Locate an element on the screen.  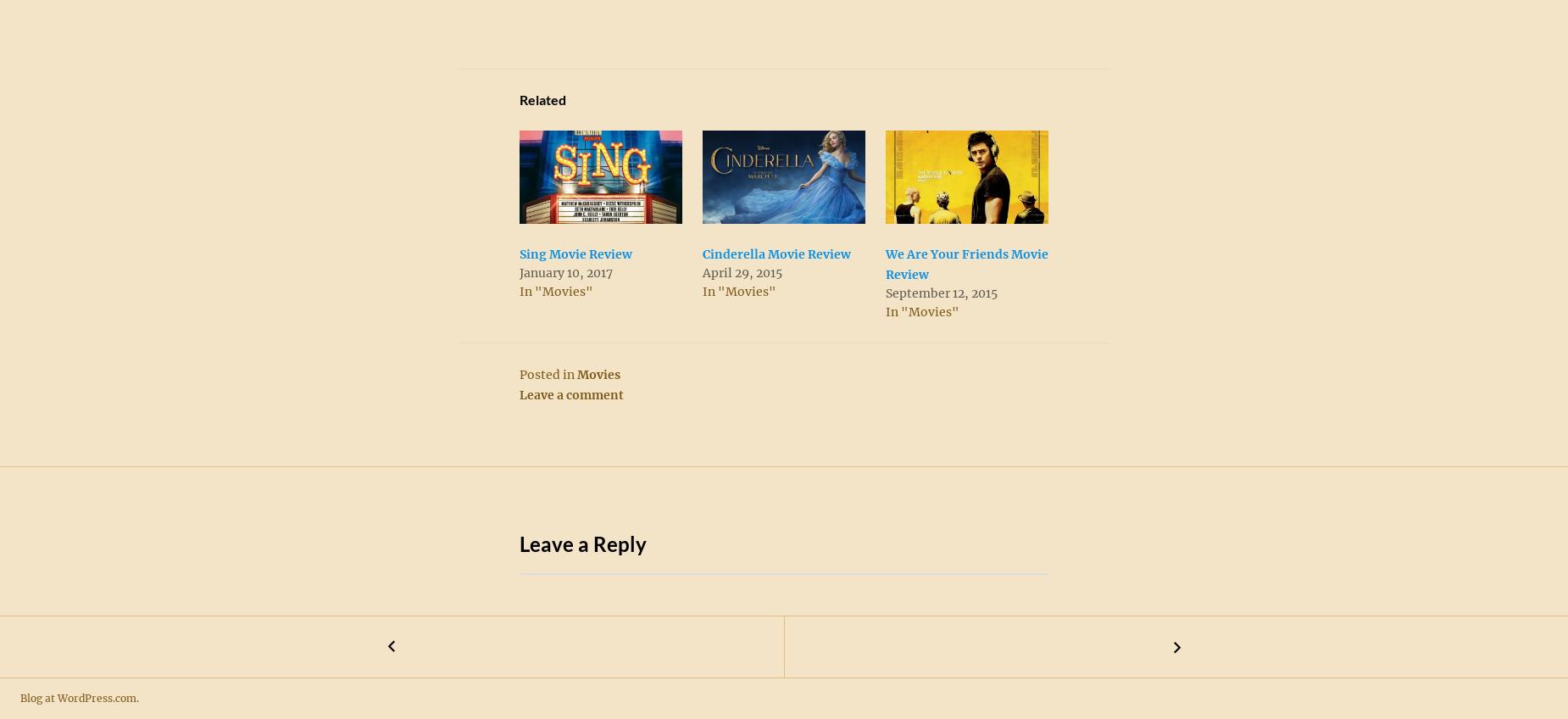
'Related' is located at coordinates (542, 98).